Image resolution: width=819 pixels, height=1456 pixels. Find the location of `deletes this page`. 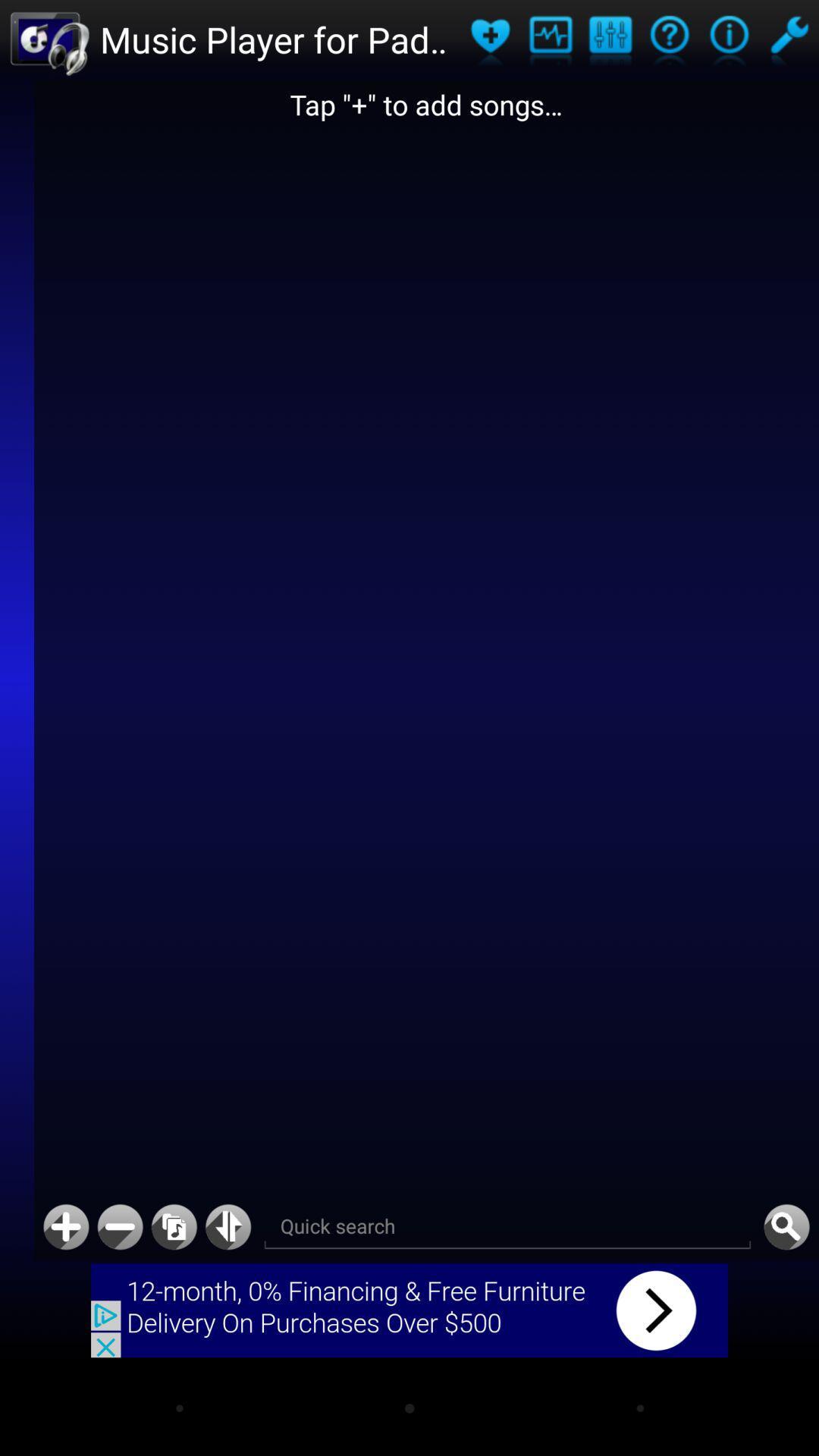

deletes this page is located at coordinates (119, 1227).